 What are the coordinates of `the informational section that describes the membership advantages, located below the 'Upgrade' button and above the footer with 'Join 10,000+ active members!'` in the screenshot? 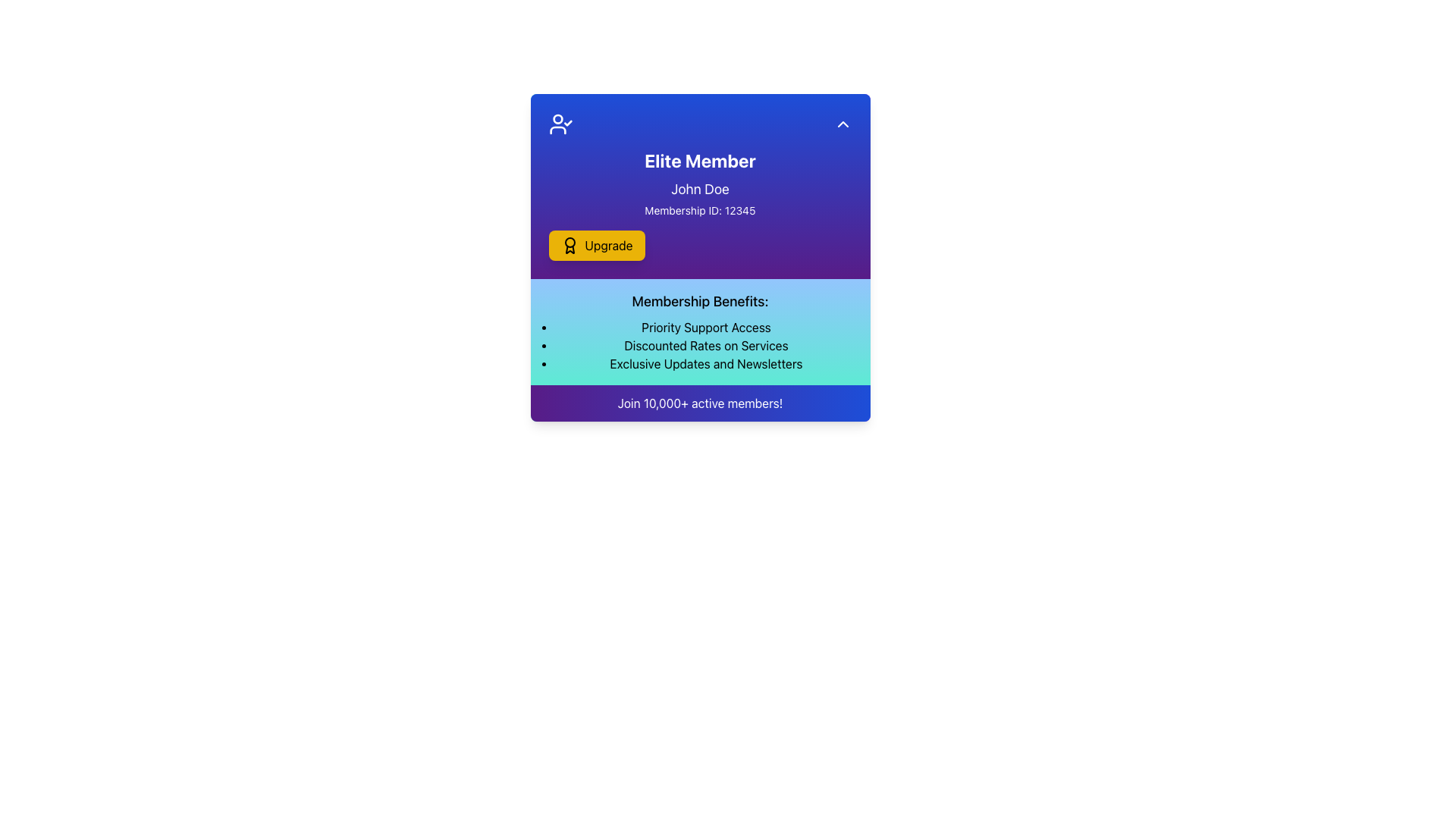 It's located at (699, 331).